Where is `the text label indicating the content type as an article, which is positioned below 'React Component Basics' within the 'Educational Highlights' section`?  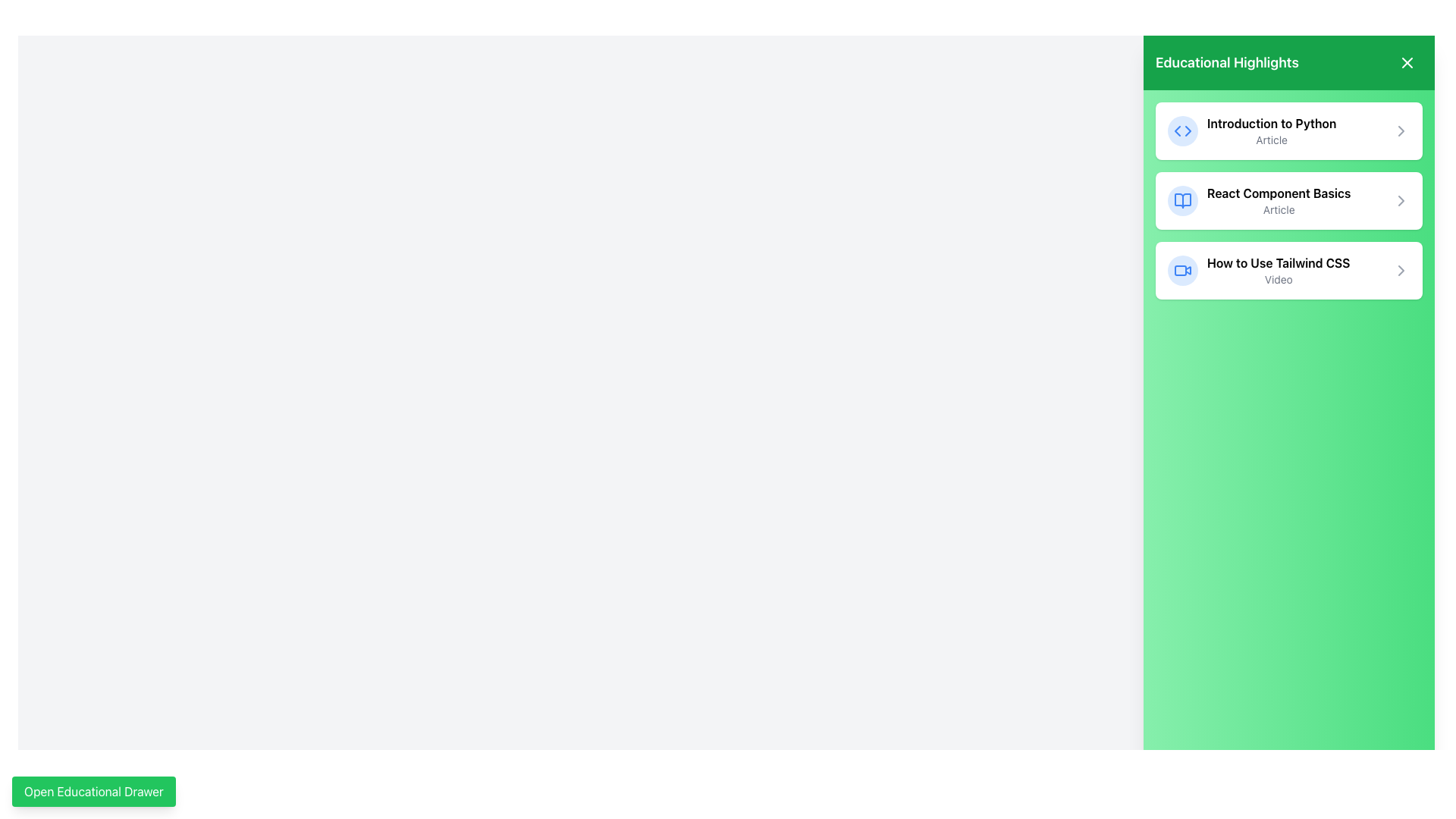 the text label indicating the content type as an article, which is positioned below 'React Component Basics' within the 'Educational Highlights' section is located at coordinates (1278, 210).